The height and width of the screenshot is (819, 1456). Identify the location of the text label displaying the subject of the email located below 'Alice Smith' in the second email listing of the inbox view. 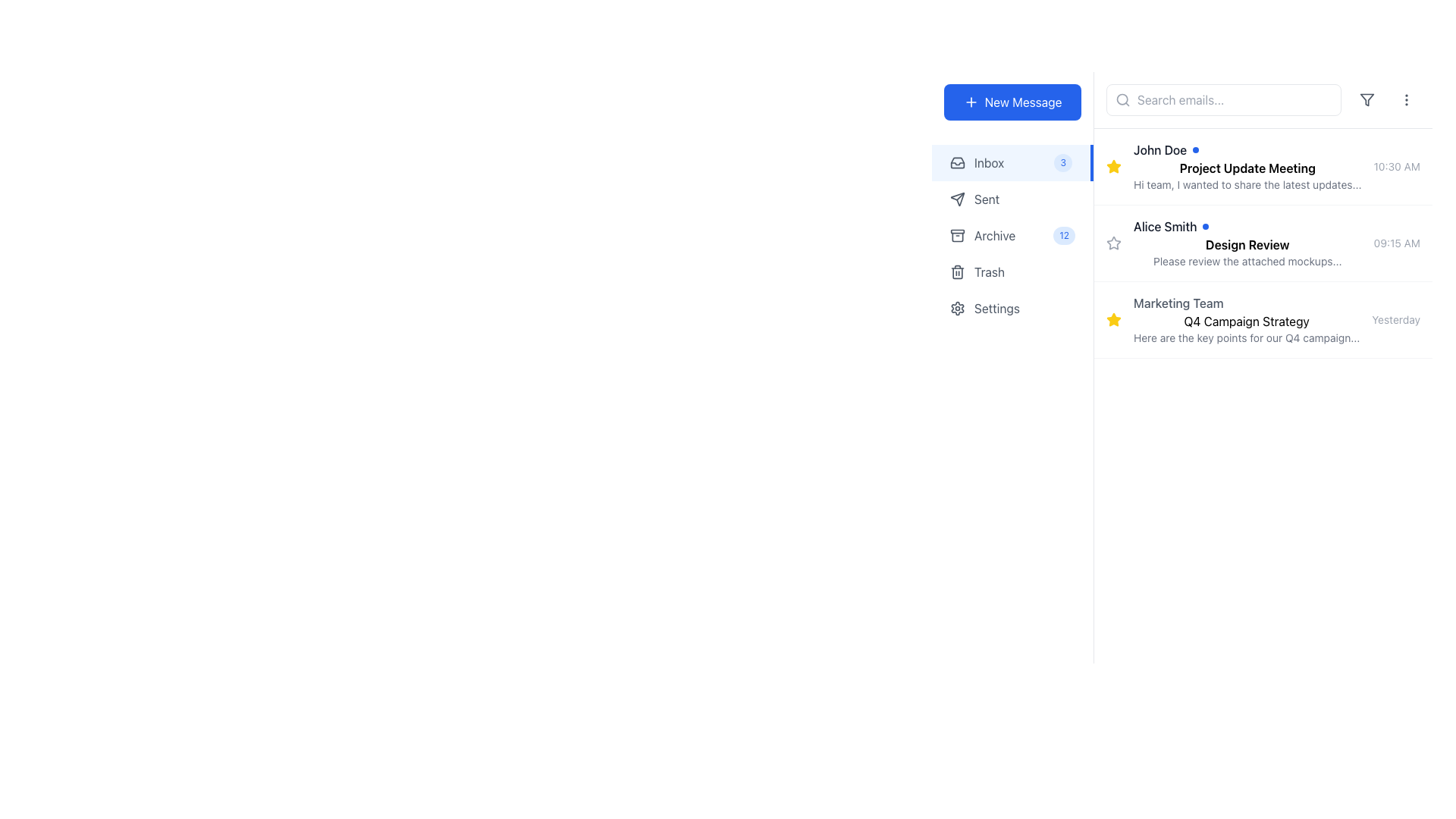
(1247, 244).